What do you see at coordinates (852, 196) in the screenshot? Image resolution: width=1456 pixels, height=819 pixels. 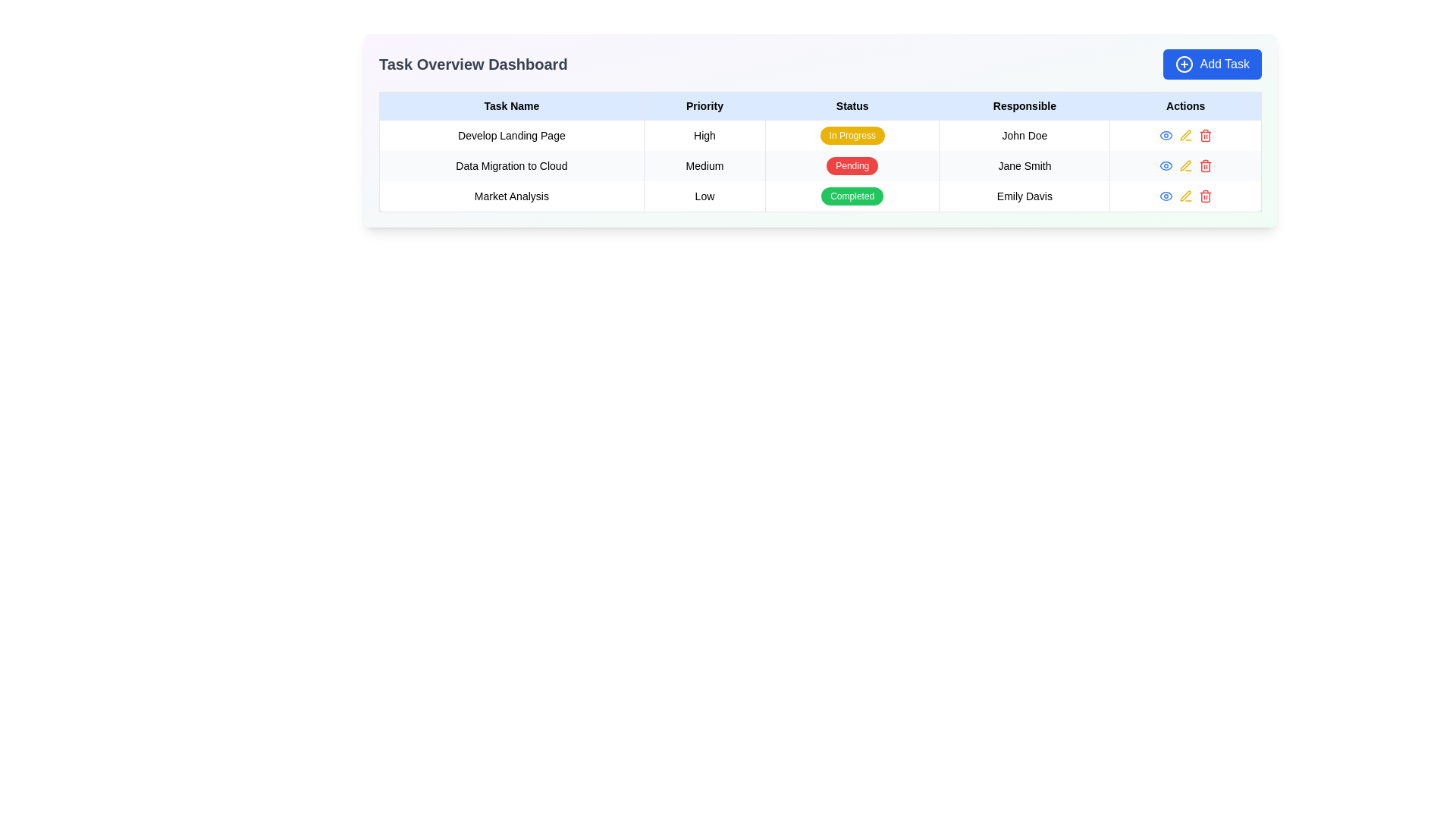 I see `the completion status label for the 'Market Analysis' task located in the 'Status' column, adjacent to the 'Low' priority cell on the left and the 'Emily Davis' responsible cell on the right` at bounding box center [852, 196].